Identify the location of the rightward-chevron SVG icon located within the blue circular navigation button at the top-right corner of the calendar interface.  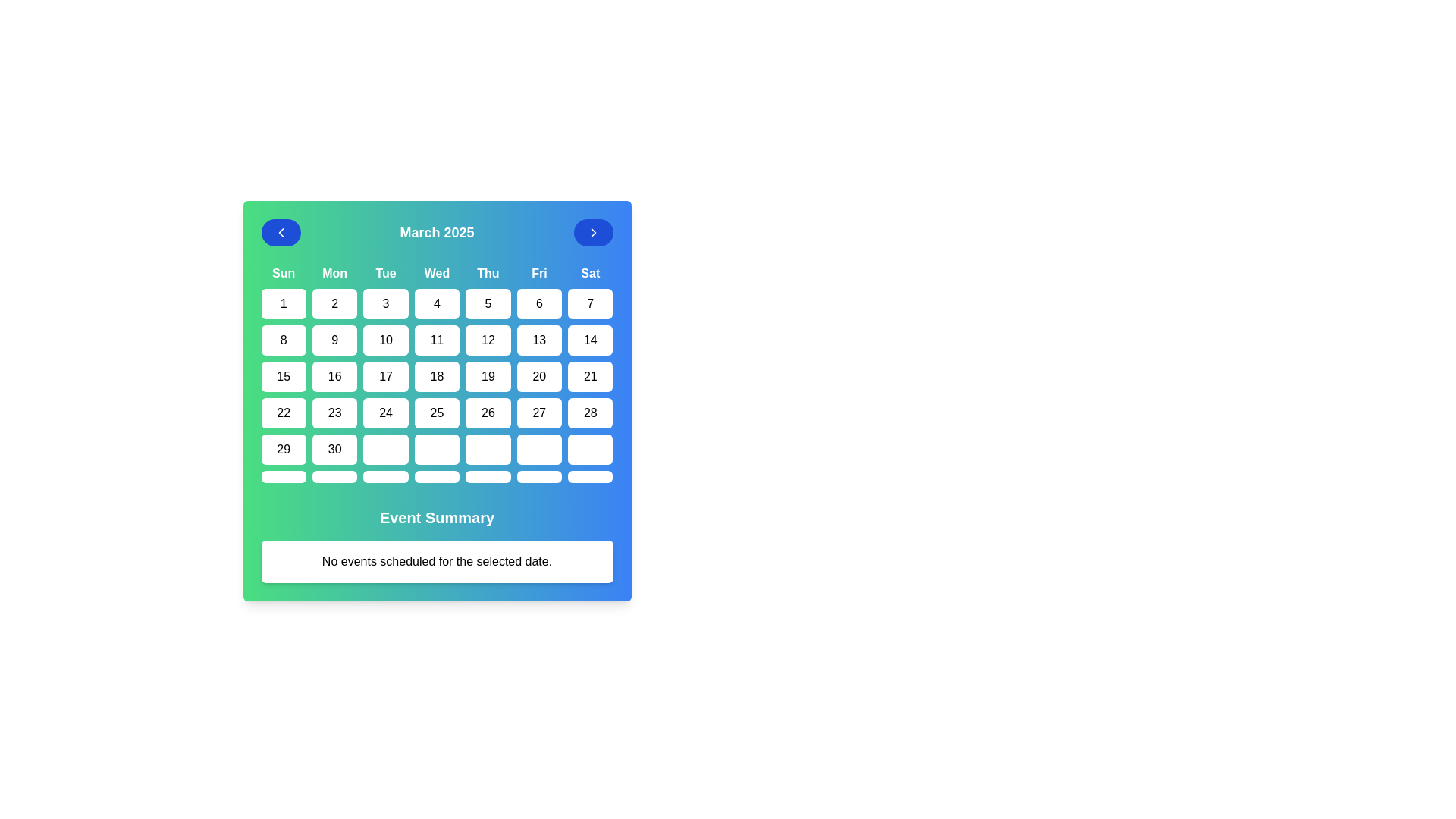
(592, 233).